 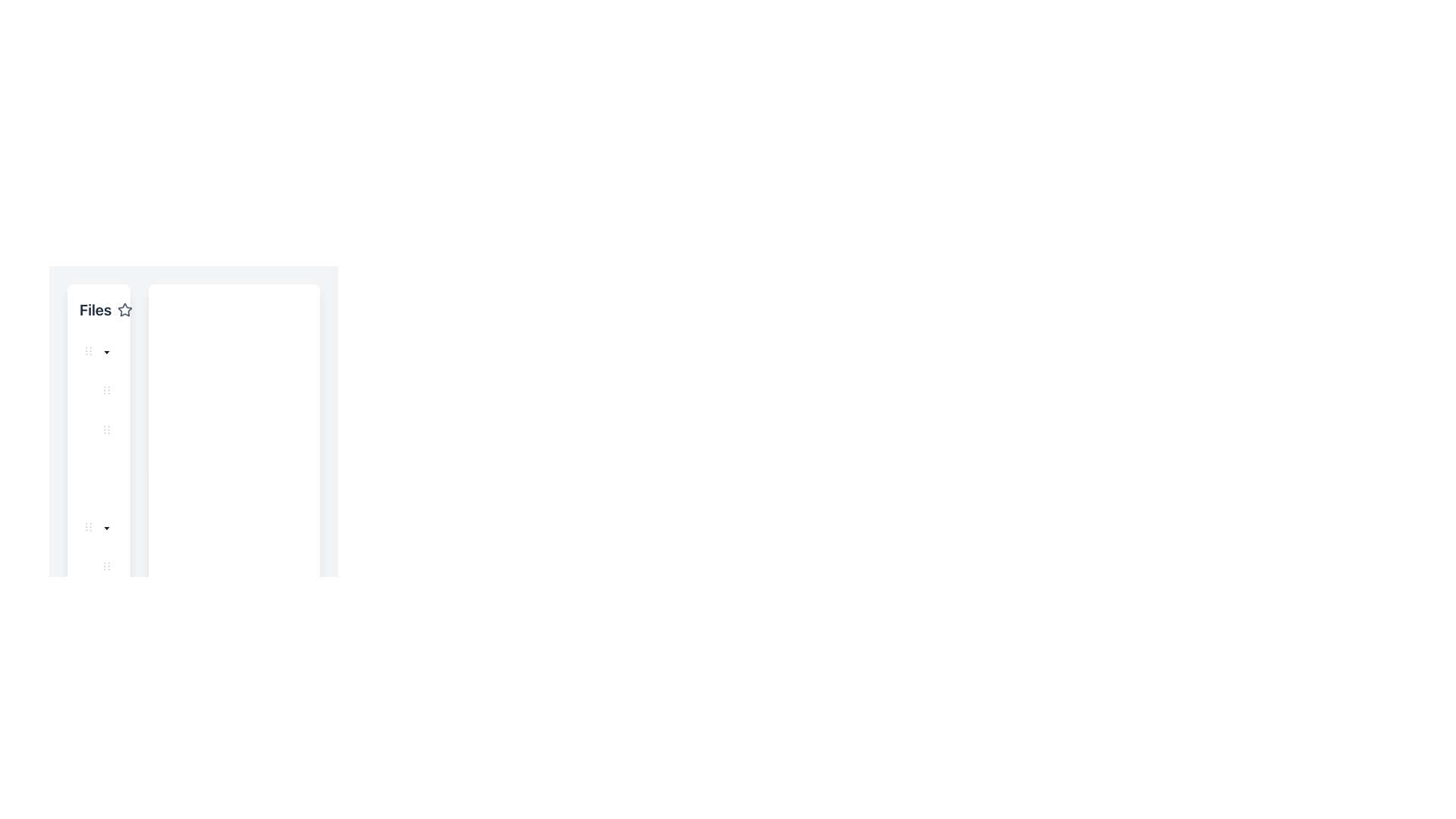 I want to click on the share button located on the right side of a horizontal group of buttons, which is the second element in the group, so click(x=158, y=309).